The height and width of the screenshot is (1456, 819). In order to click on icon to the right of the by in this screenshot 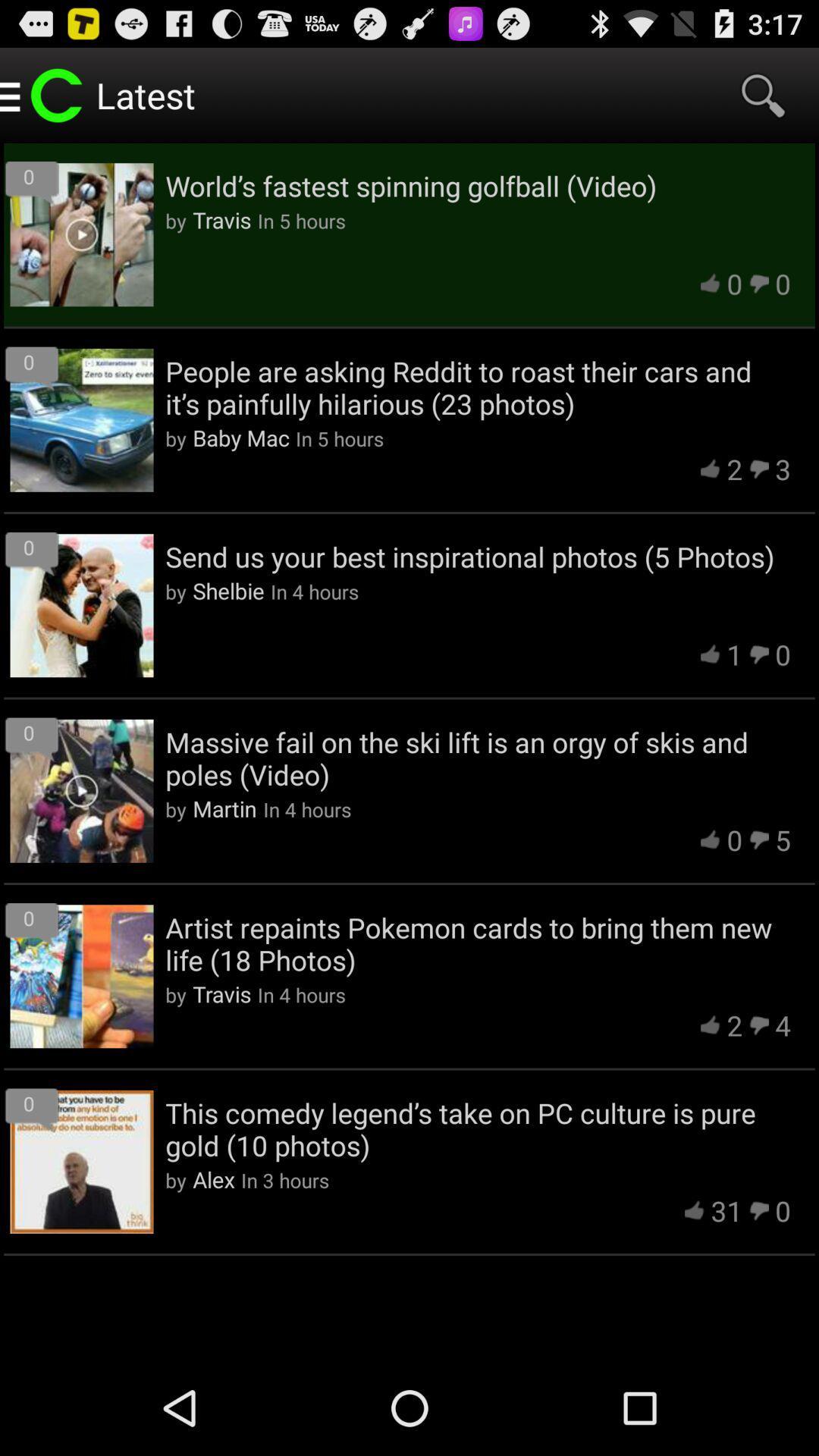, I will do `click(240, 437)`.